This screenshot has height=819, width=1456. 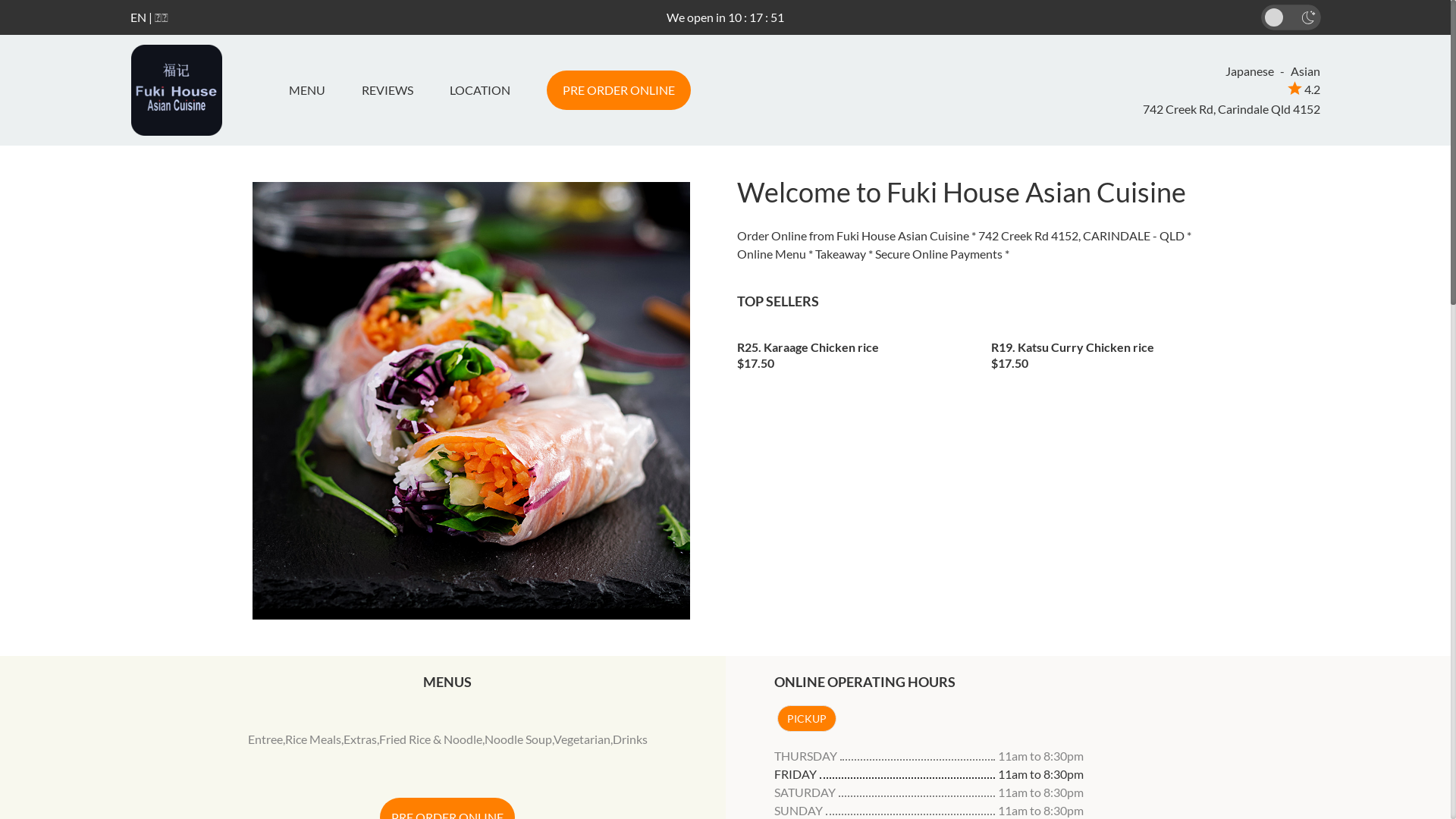 I want to click on 'LOCATION', so click(x=479, y=90).